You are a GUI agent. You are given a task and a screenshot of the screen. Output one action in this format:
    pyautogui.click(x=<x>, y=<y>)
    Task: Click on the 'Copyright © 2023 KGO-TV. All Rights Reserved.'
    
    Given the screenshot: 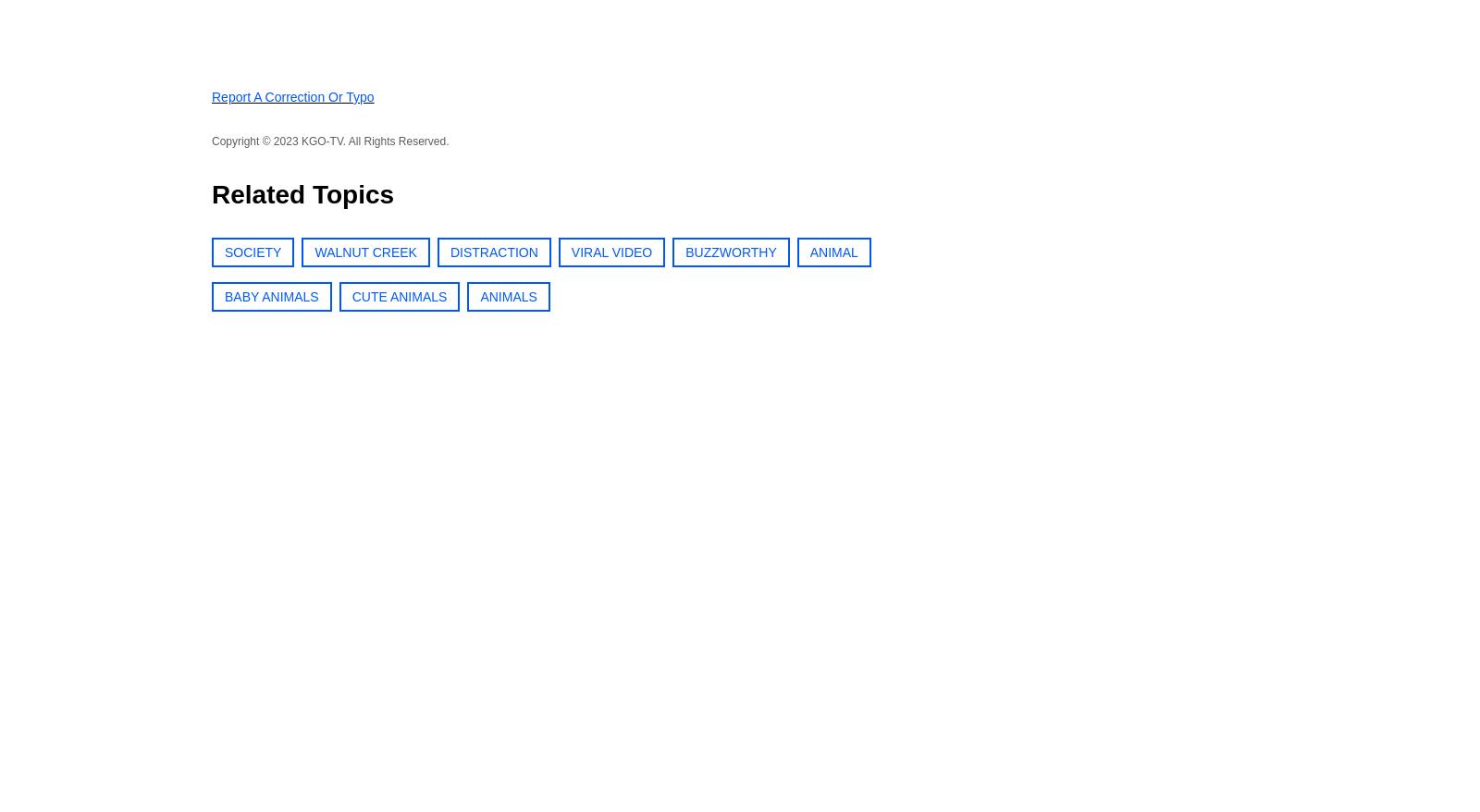 What is the action you would take?
    pyautogui.click(x=329, y=140)
    